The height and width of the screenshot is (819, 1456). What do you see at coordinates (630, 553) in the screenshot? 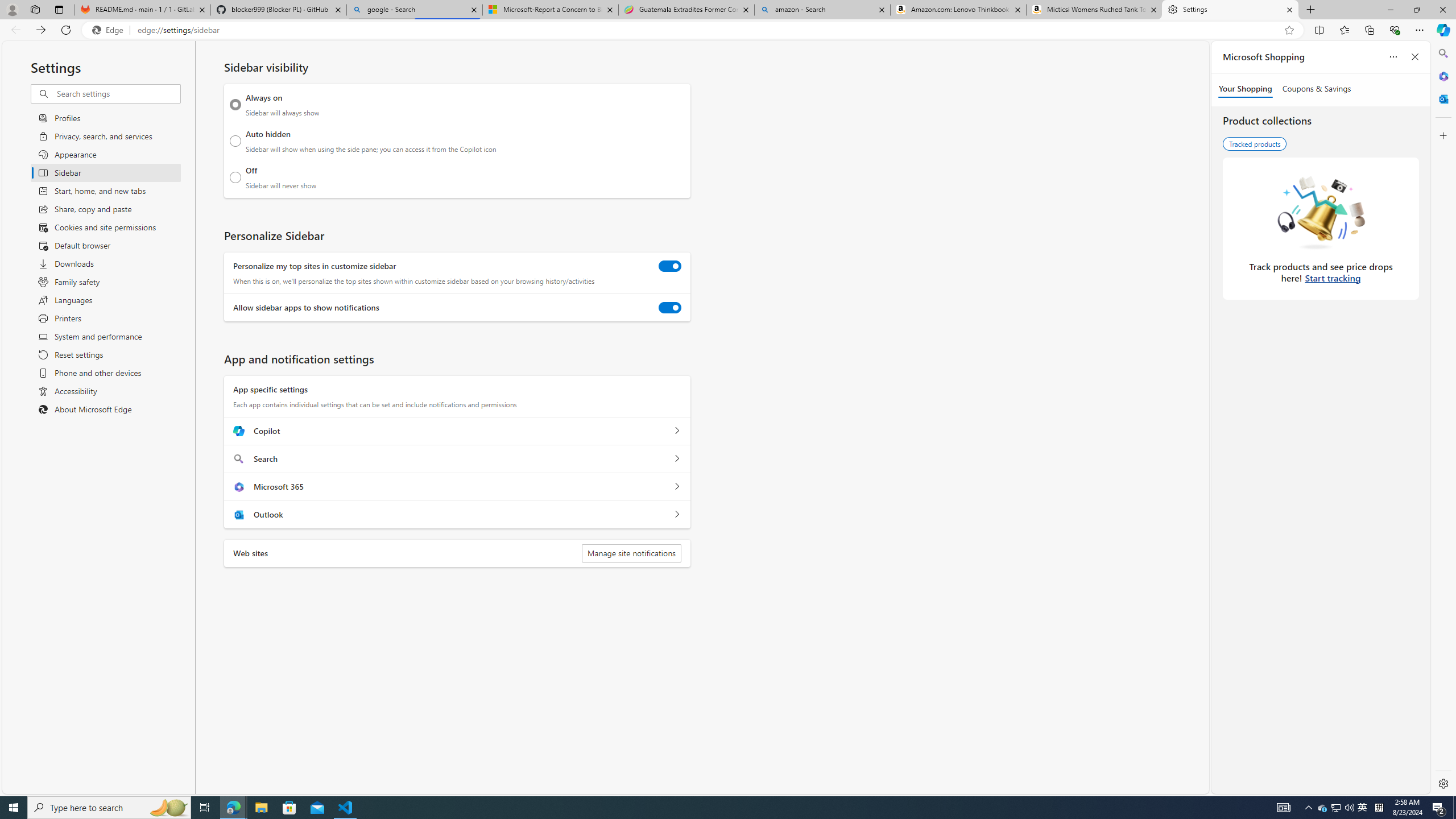
I see `'Manage site notifications'` at bounding box center [630, 553].